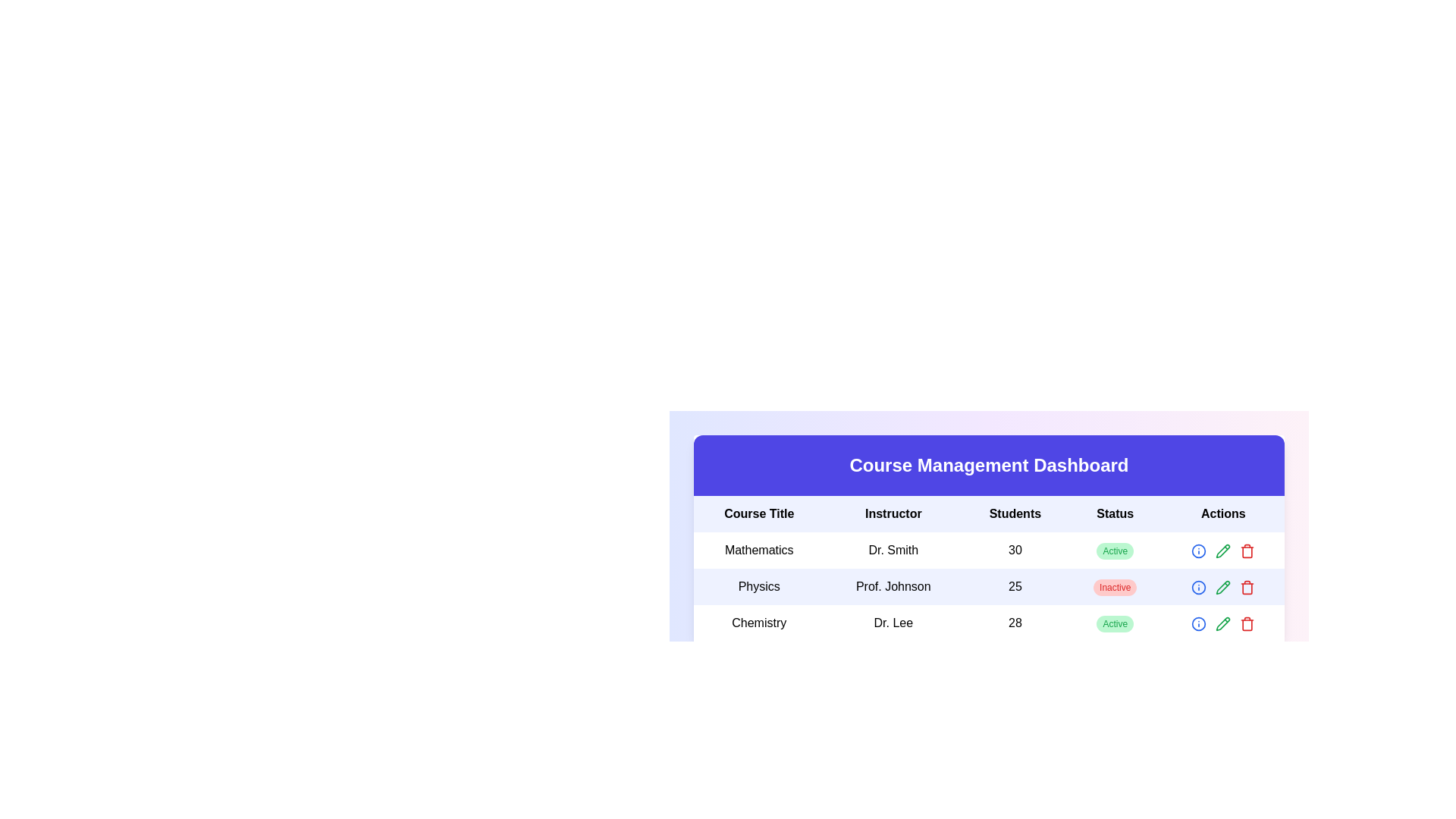  Describe the element at coordinates (893, 586) in the screenshot. I see `the Text label that identifies the instructor for the 'Physics' course, located in the second row of the table under the 'Instructor' column` at that location.